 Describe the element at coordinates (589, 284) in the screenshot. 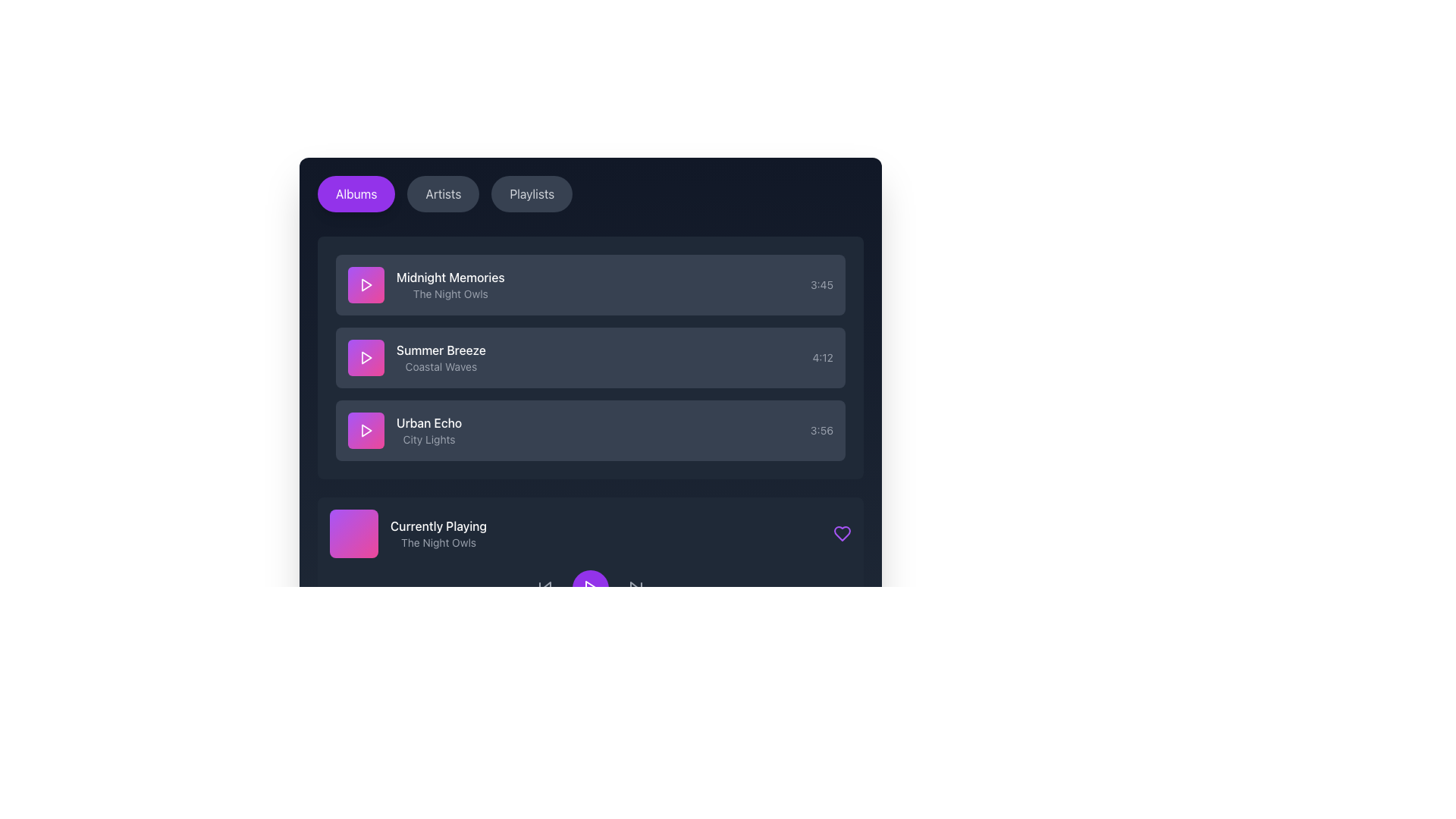

I see `the song title` at that location.